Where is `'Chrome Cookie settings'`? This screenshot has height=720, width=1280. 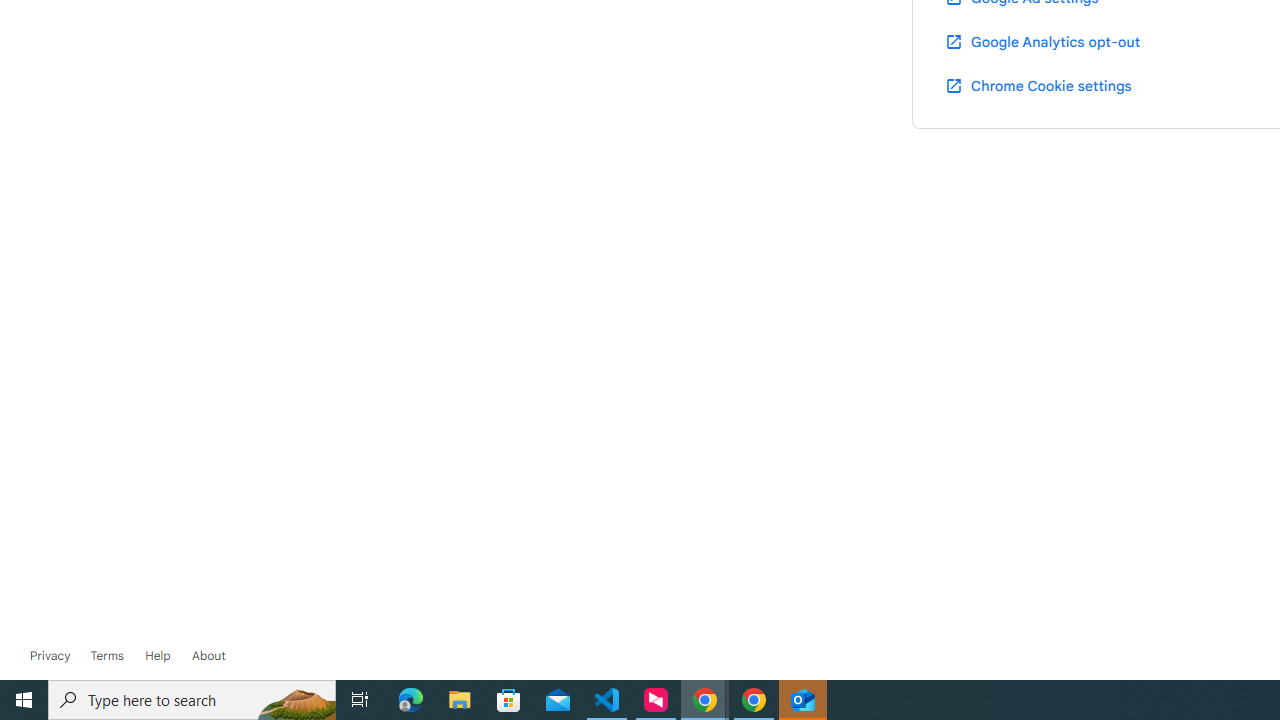
'Chrome Cookie settings' is located at coordinates (1038, 84).